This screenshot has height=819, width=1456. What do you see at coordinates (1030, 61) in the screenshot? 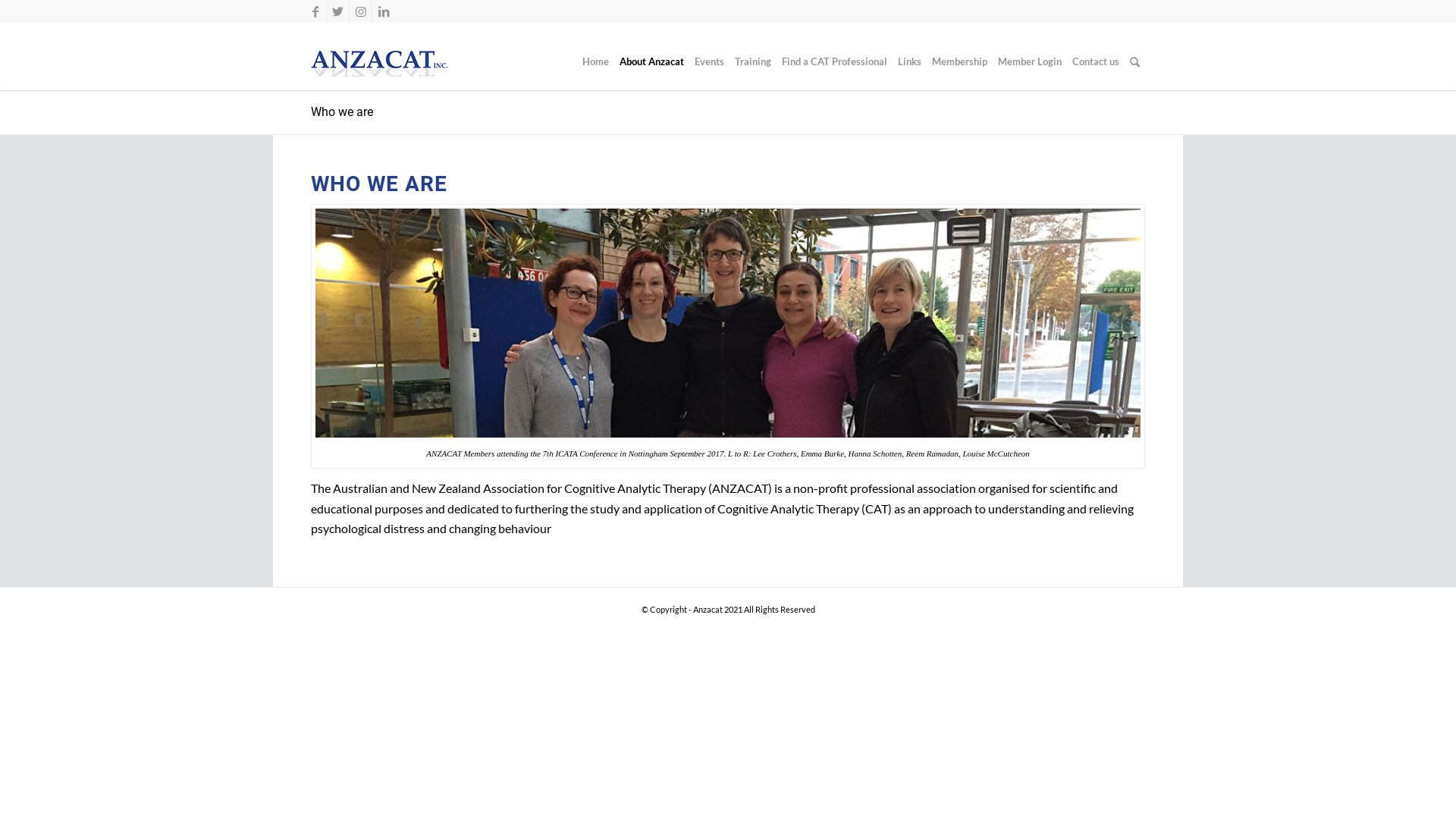
I see `'Member Login'` at bounding box center [1030, 61].